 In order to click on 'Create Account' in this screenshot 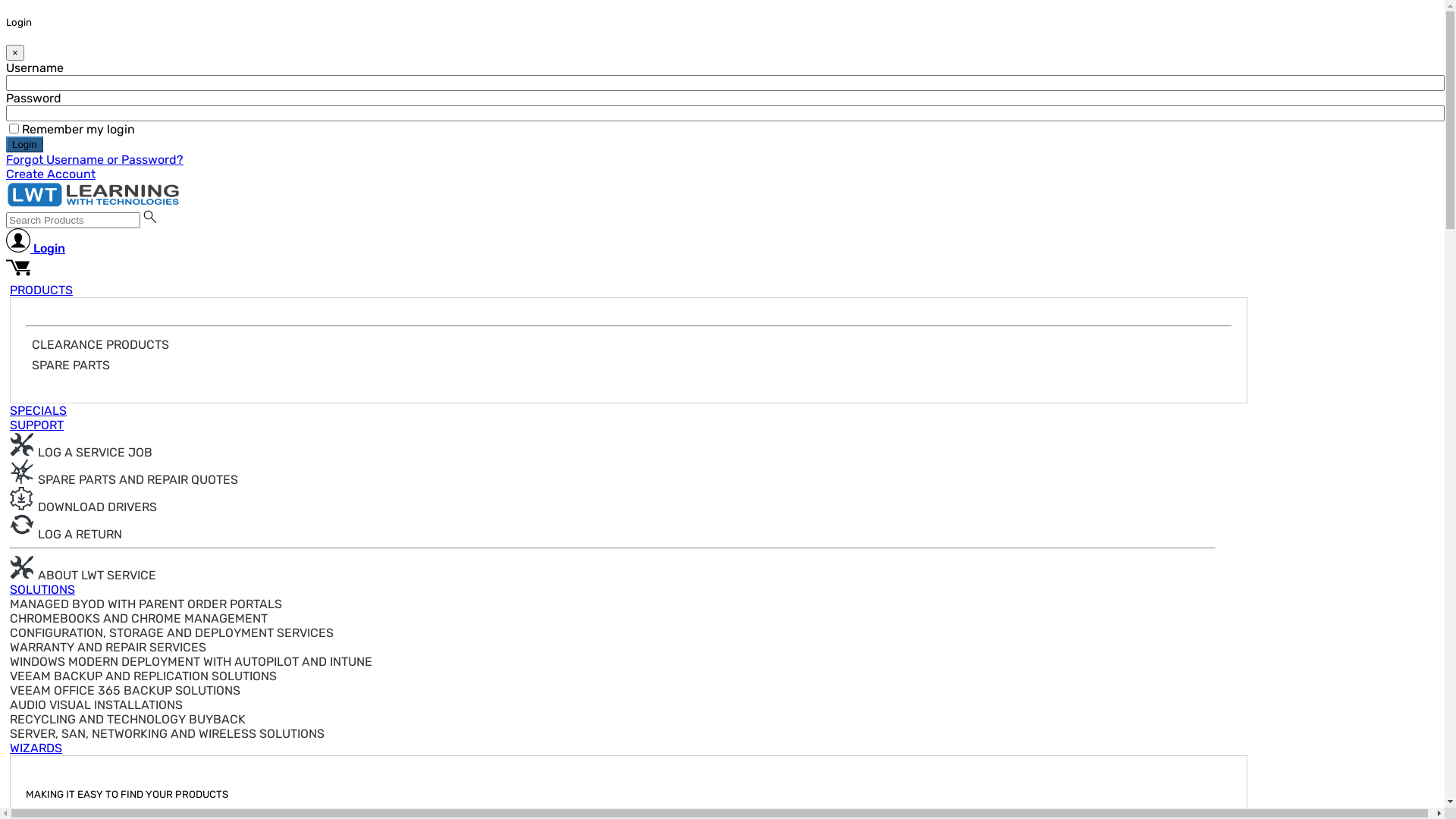, I will do `click(6, 173)`.